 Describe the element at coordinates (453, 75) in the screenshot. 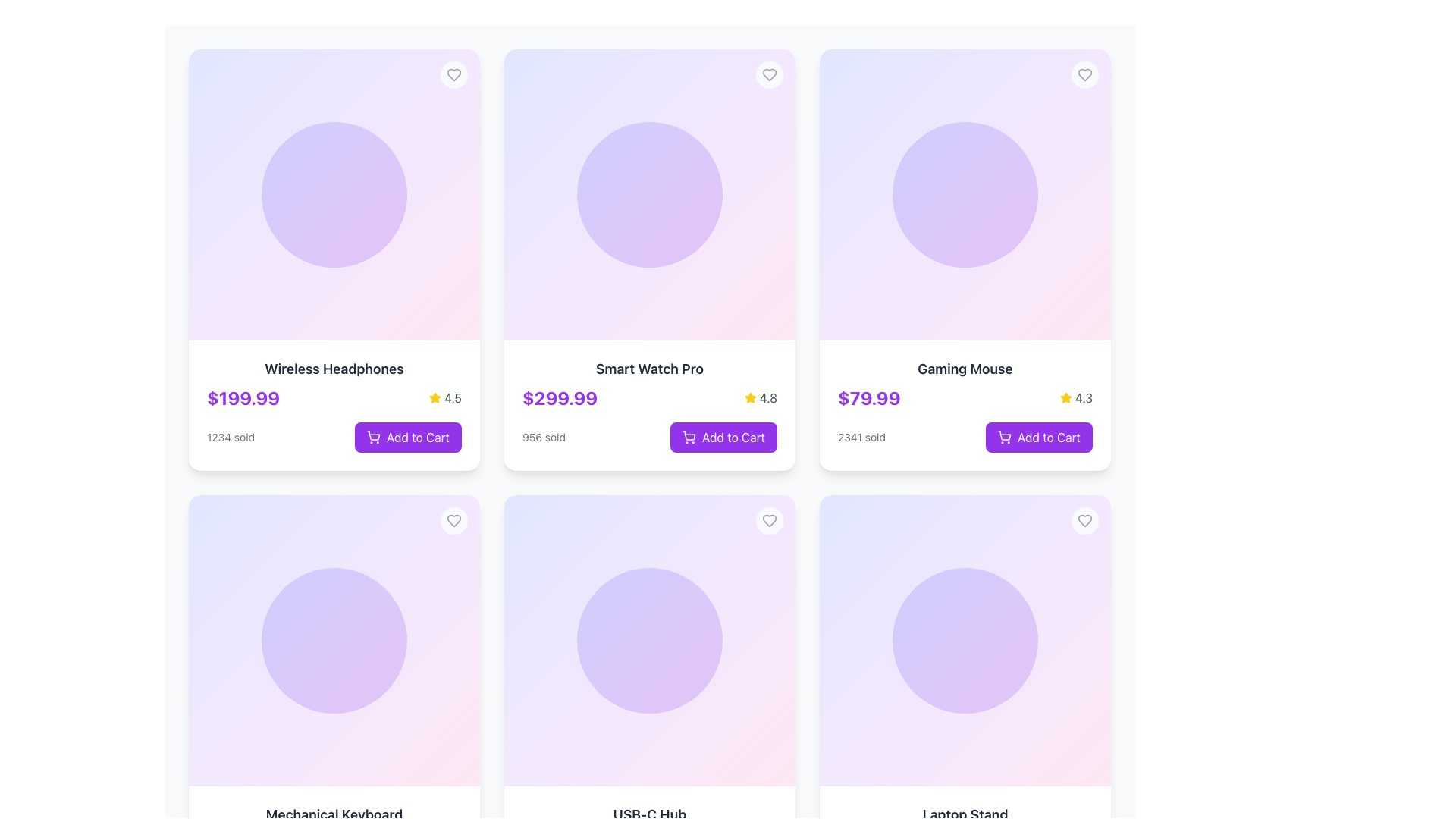

I see `the Icon button located in the top-right corner of the product card for 'Wireless Headphones'` at that location.